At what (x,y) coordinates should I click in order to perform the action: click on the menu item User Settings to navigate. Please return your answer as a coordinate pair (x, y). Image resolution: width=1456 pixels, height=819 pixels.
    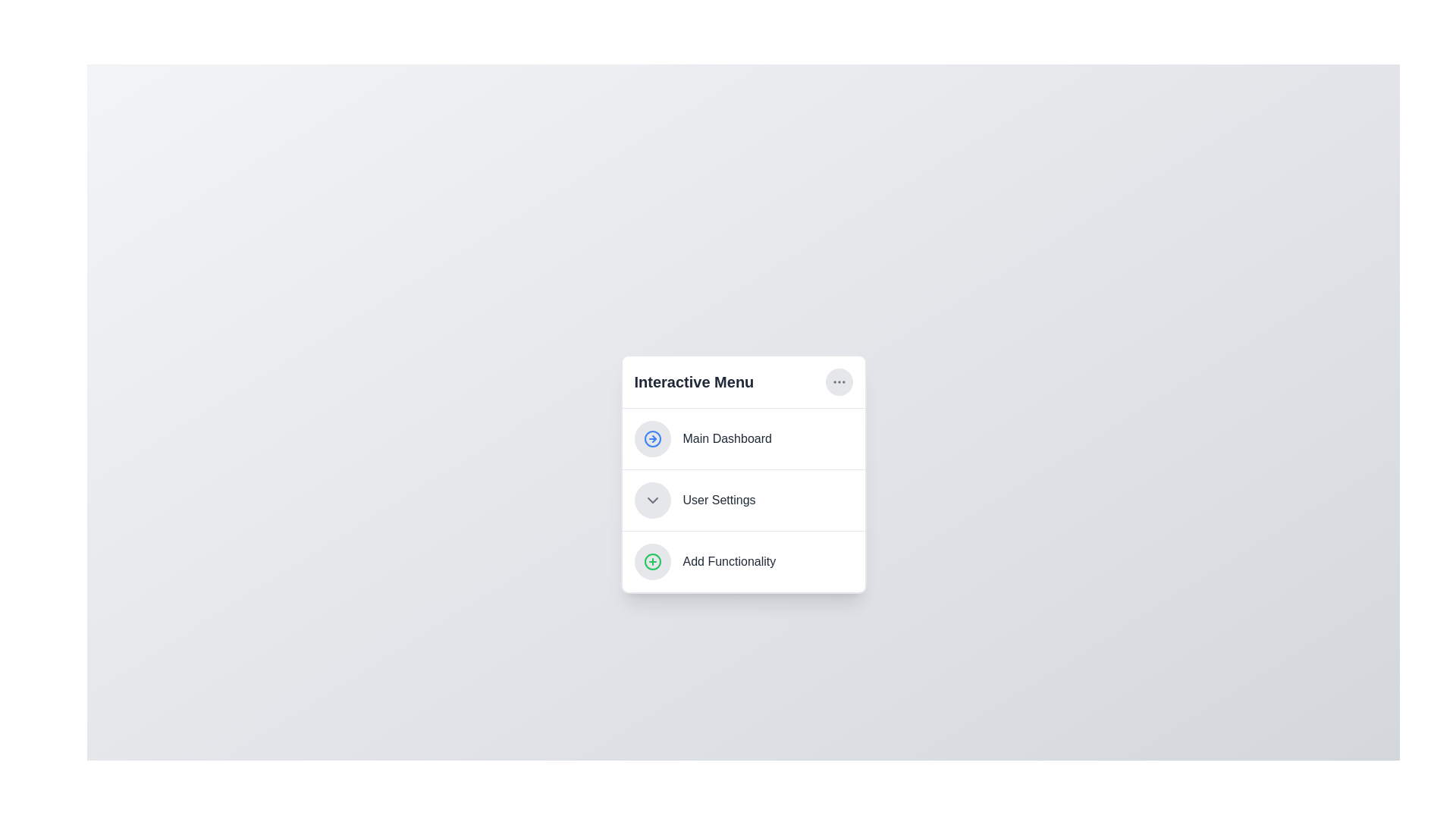
    Looking at the image, I should click on (743, 500).